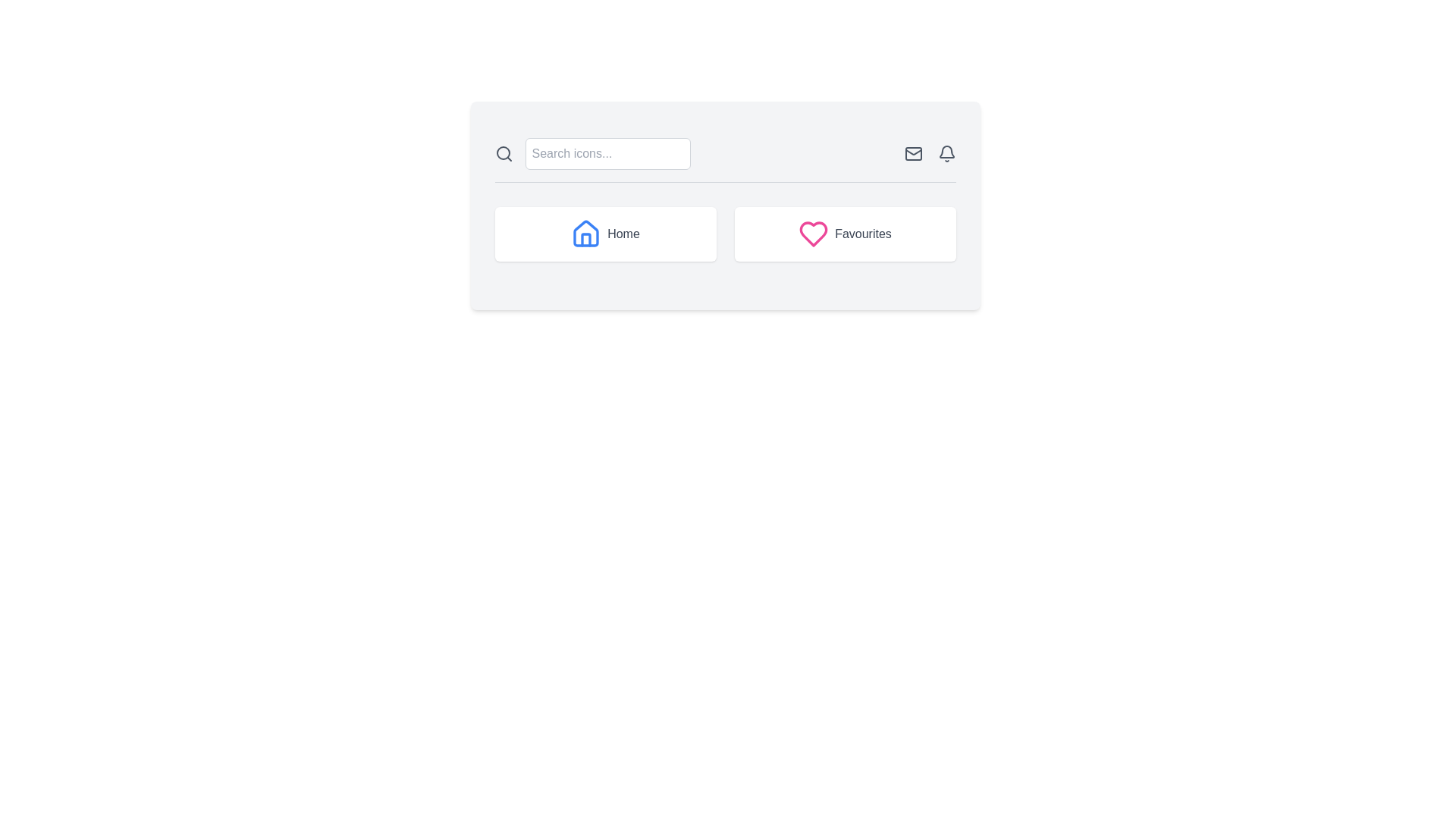 The width and height of the screenshot is (1456, 819). Describe the element at coordinates (503, 152) in the screenshot. I see `the circular SVG icon representing a search function, which has a radius of 8 units and is styled with a stroke, located near the top-left corner of the search interface` at that location.